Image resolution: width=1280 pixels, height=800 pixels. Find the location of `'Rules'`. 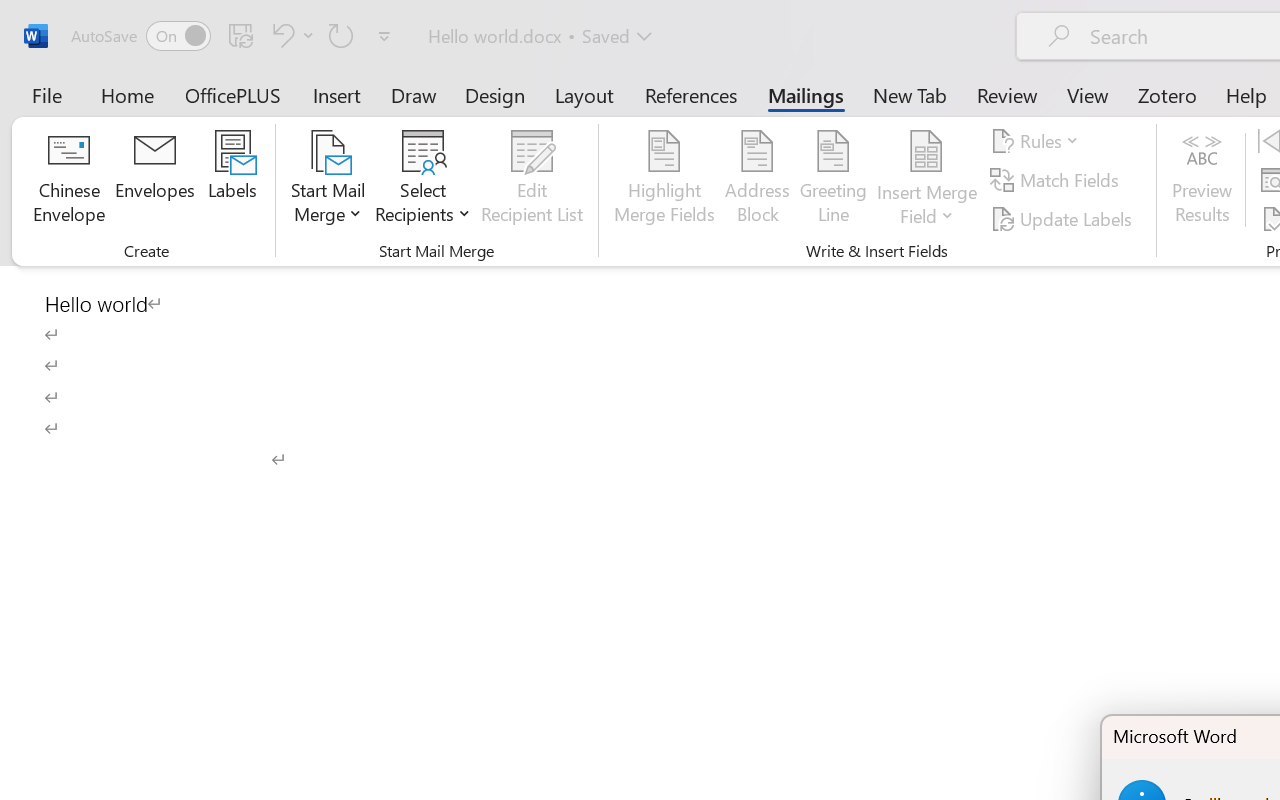

'Rules' is located at coordinates (1038, 141).